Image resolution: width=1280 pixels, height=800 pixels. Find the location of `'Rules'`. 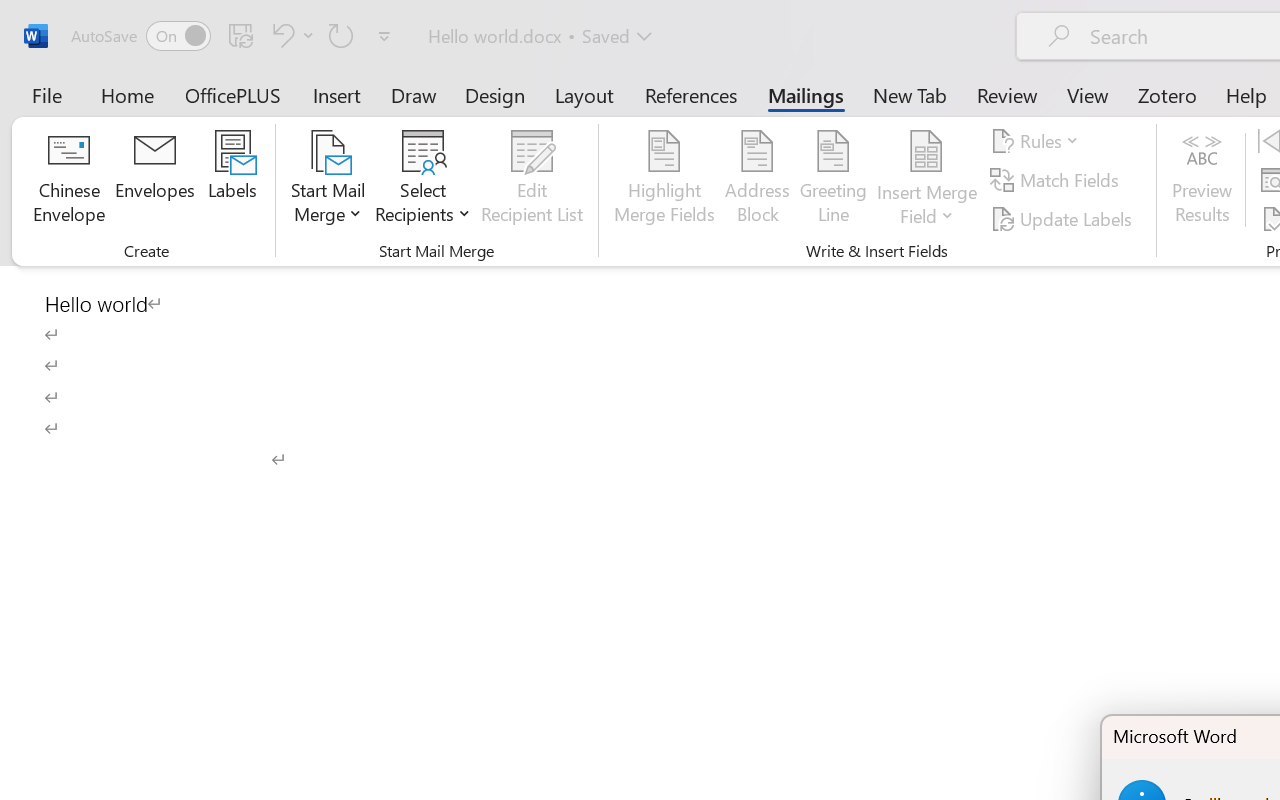

'Rules' is located at coordinates (1038, 141).